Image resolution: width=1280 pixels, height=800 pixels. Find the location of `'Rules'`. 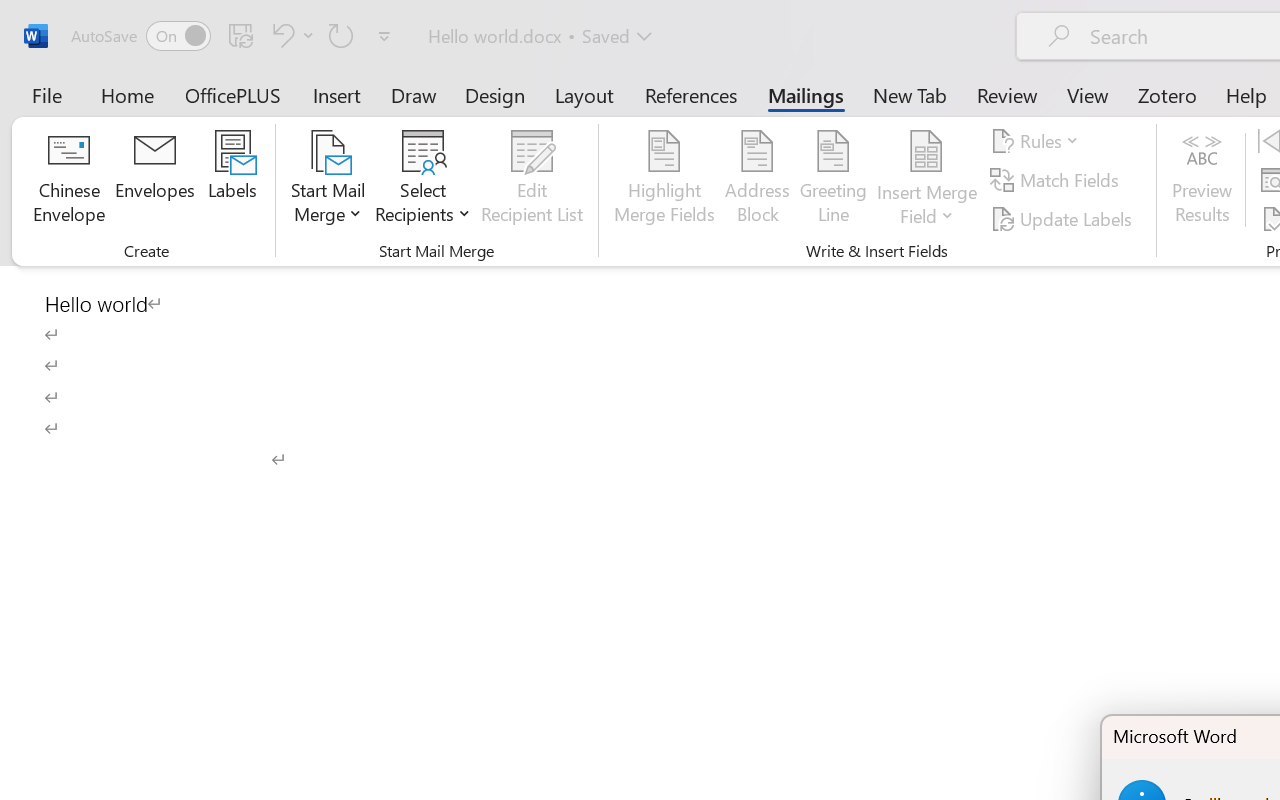

'Rules' is located at coordinates (1038, 141).